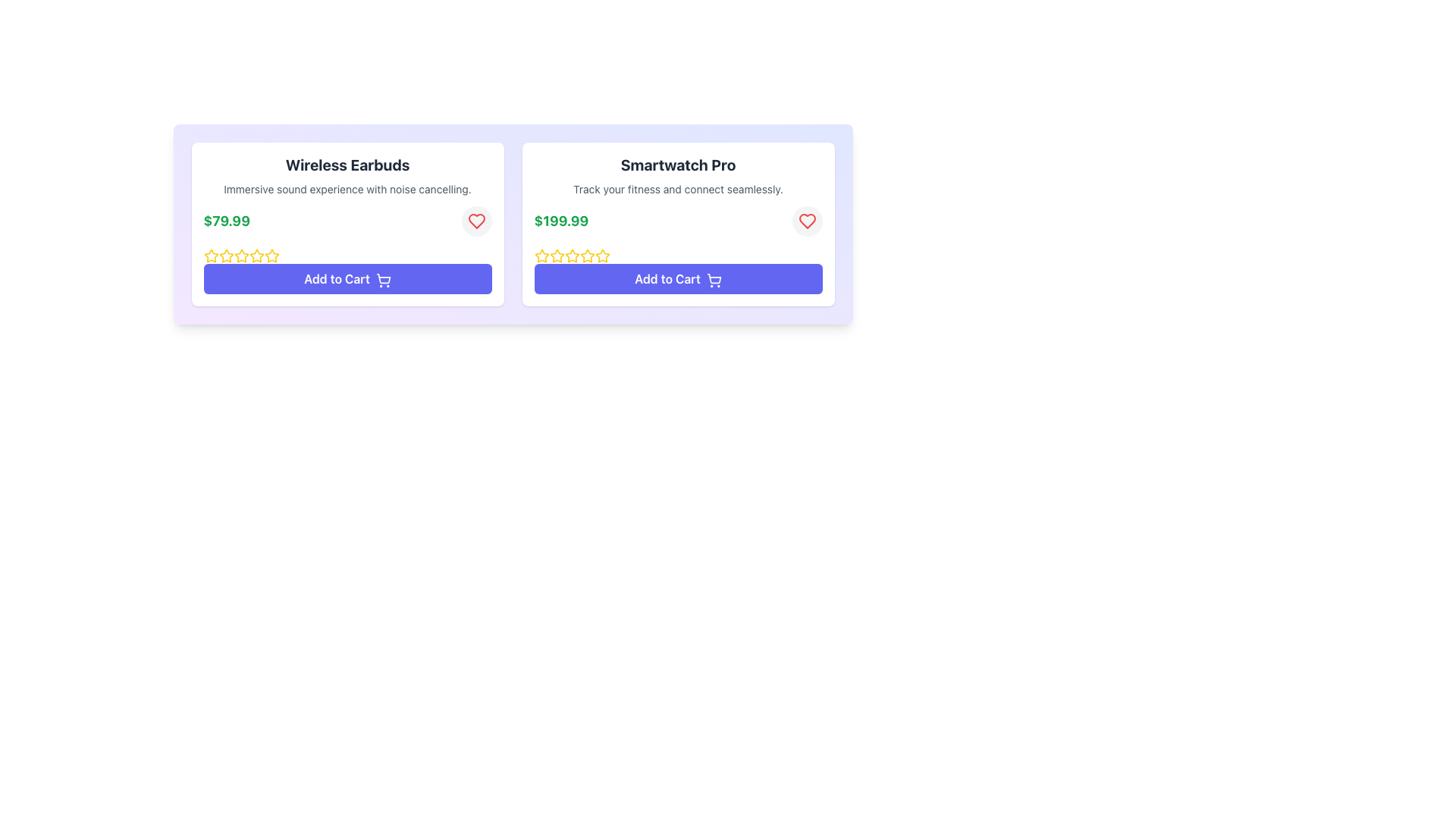 The width and height of the screenshot is (1456, 819). I want to click on the shopping cart icon, which is a small rounded outline located to the right of the 'Add to Cart' button for the 'Smartwatch Pro' product, so click(713, 280).